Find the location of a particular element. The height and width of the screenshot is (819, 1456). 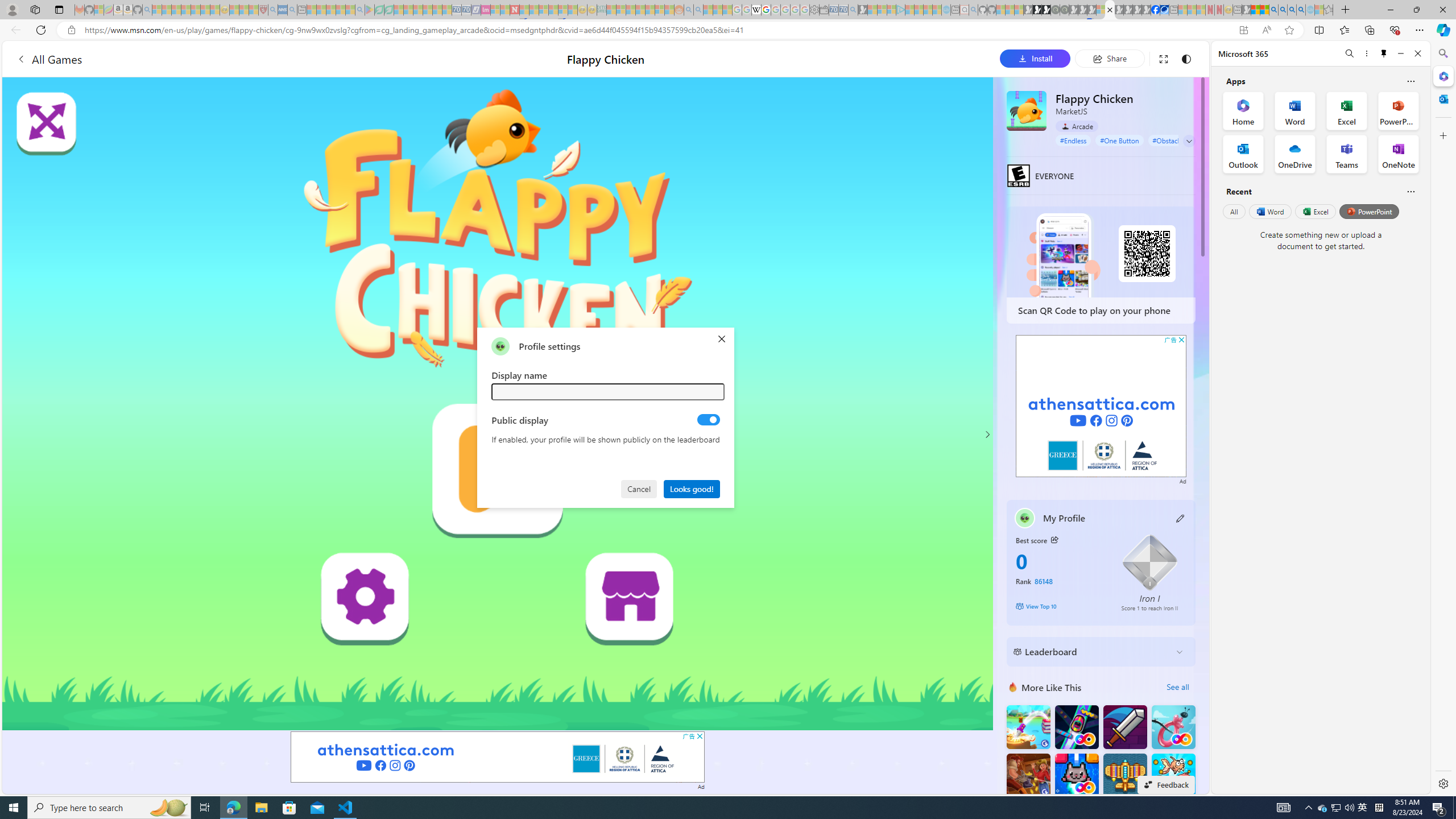

'Balloon FRVR' is located at coordinates (1173, 727).